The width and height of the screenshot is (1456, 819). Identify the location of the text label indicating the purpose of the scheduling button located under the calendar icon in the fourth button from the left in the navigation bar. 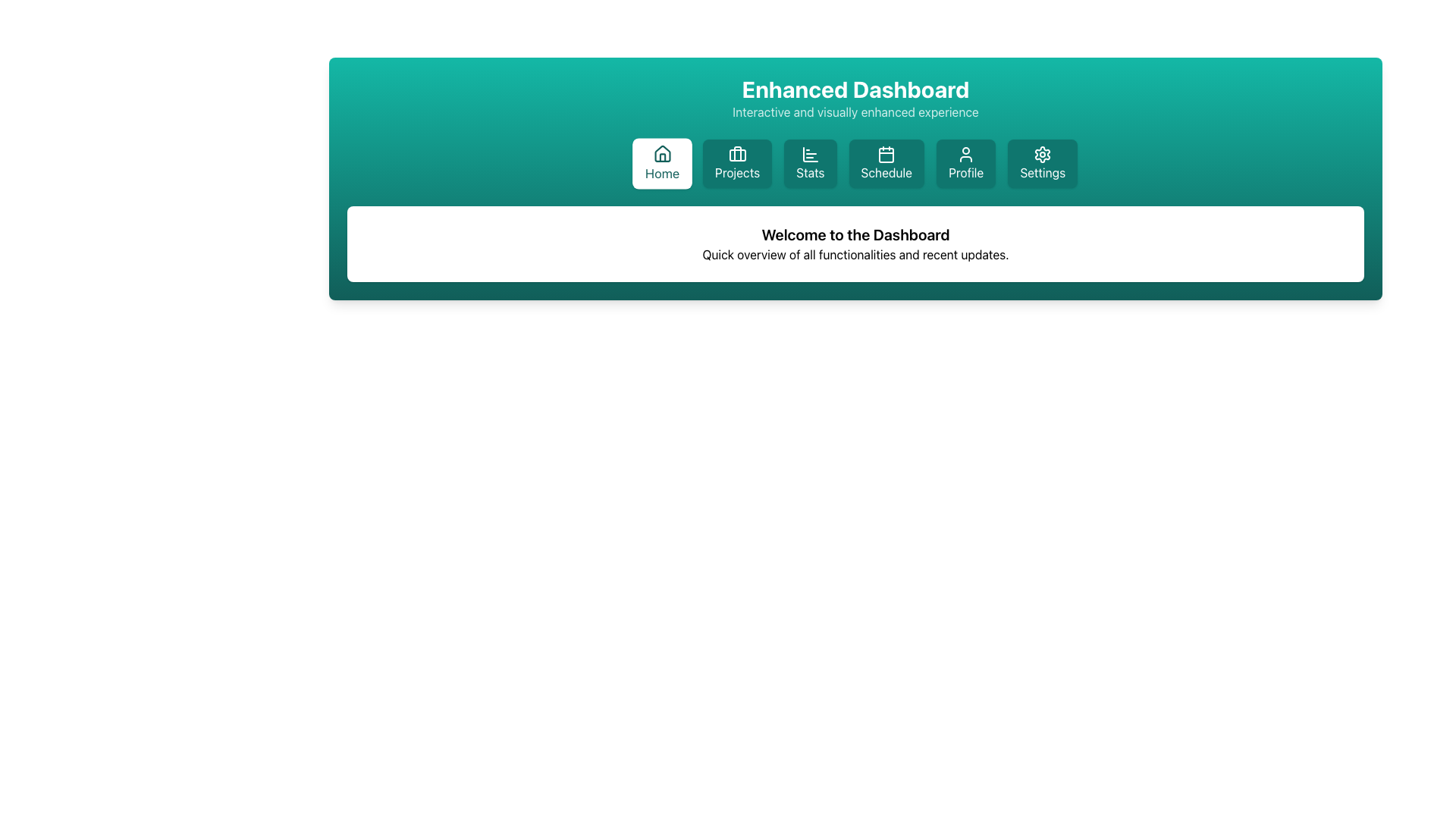
(886, 171).